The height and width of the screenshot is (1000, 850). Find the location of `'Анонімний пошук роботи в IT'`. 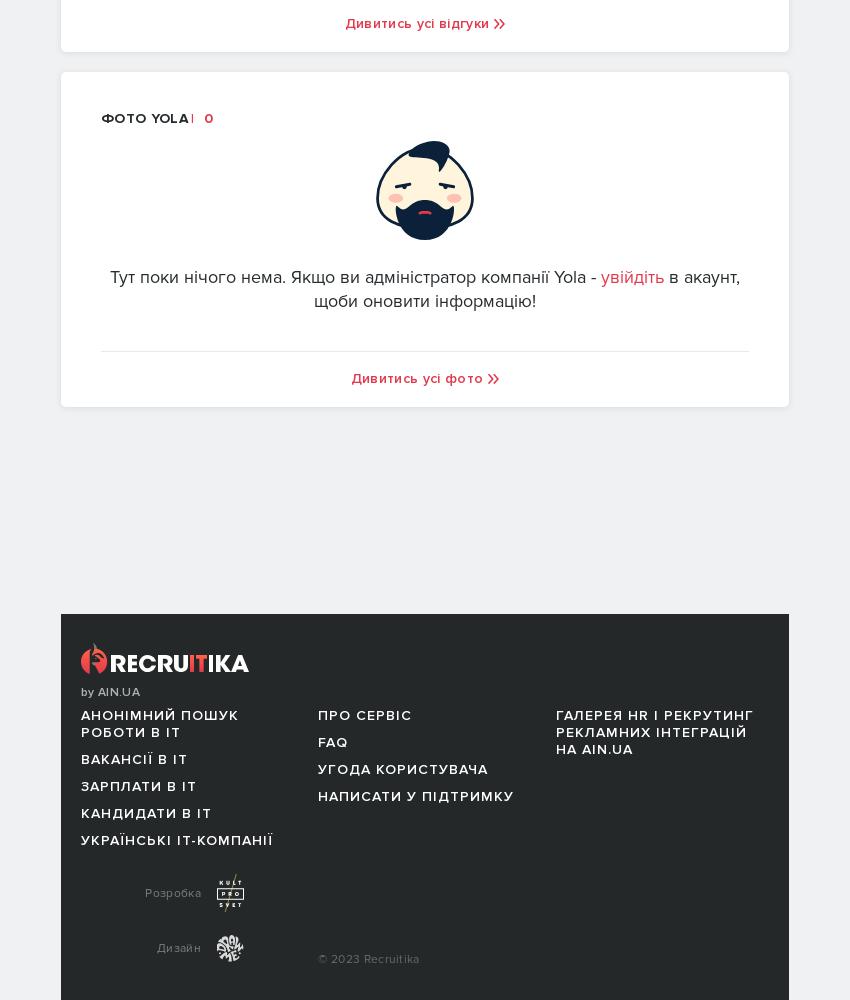

'Анонімний пошук роботи в IT' is located at coordinates (159, 723).